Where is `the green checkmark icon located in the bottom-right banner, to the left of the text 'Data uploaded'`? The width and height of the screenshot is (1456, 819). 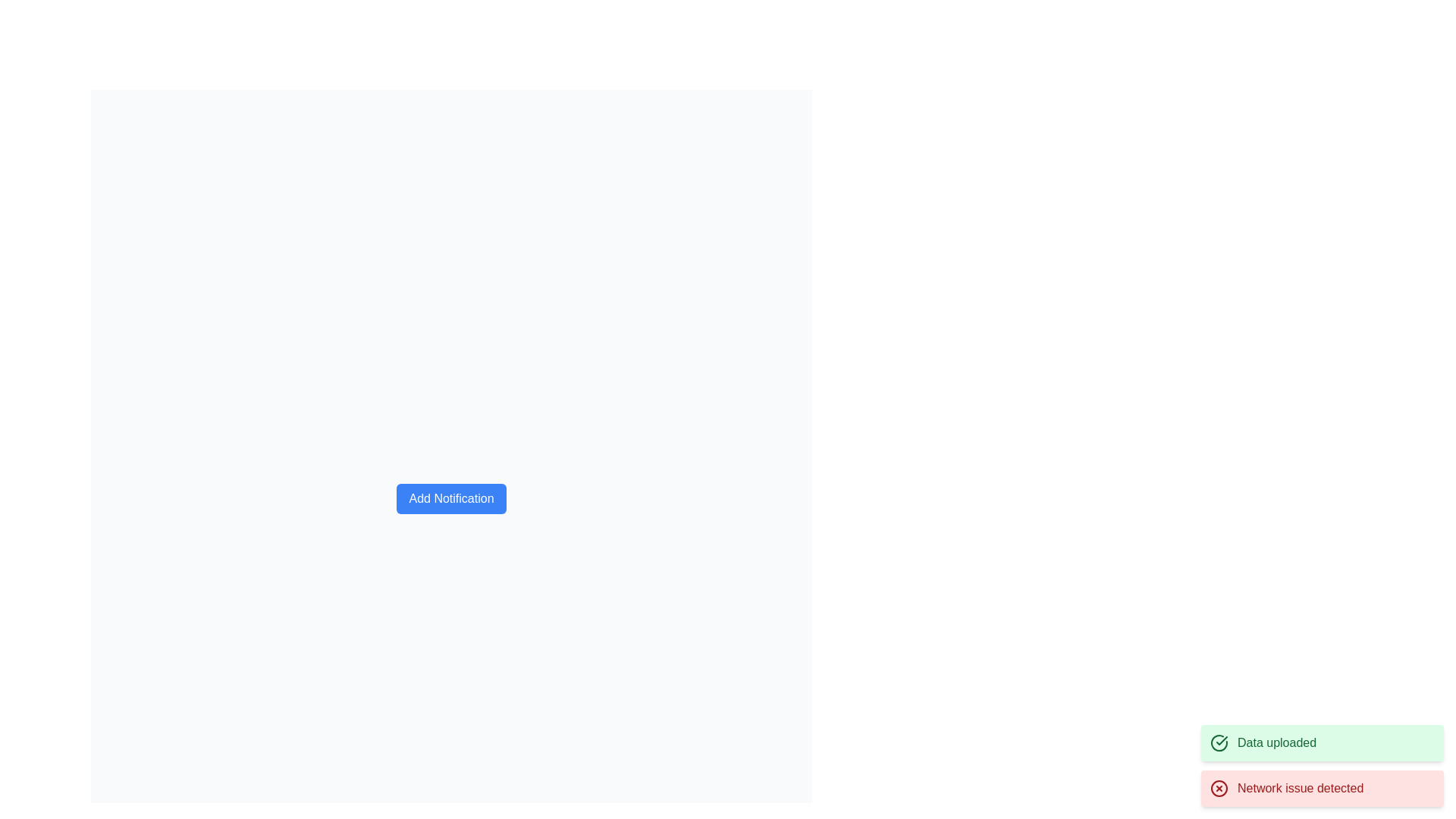 the green checkmark icon located in the bottom-right banner, to the left of the text 'Data uploaded' is located at coordinates (1219, 742).